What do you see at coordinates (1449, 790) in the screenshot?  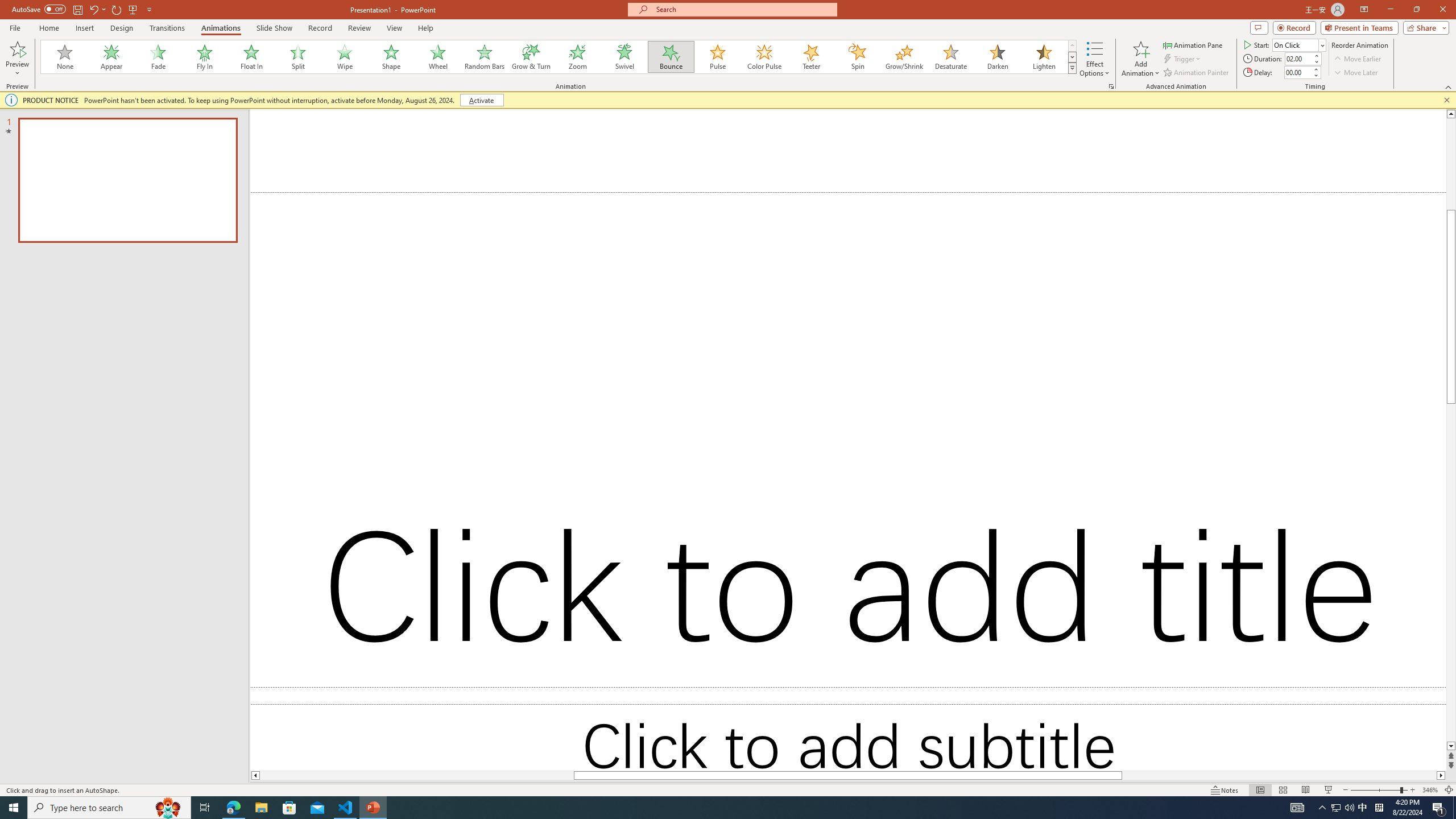 I see `'Zoom to Fit '` at bounding box center [1449, 790].